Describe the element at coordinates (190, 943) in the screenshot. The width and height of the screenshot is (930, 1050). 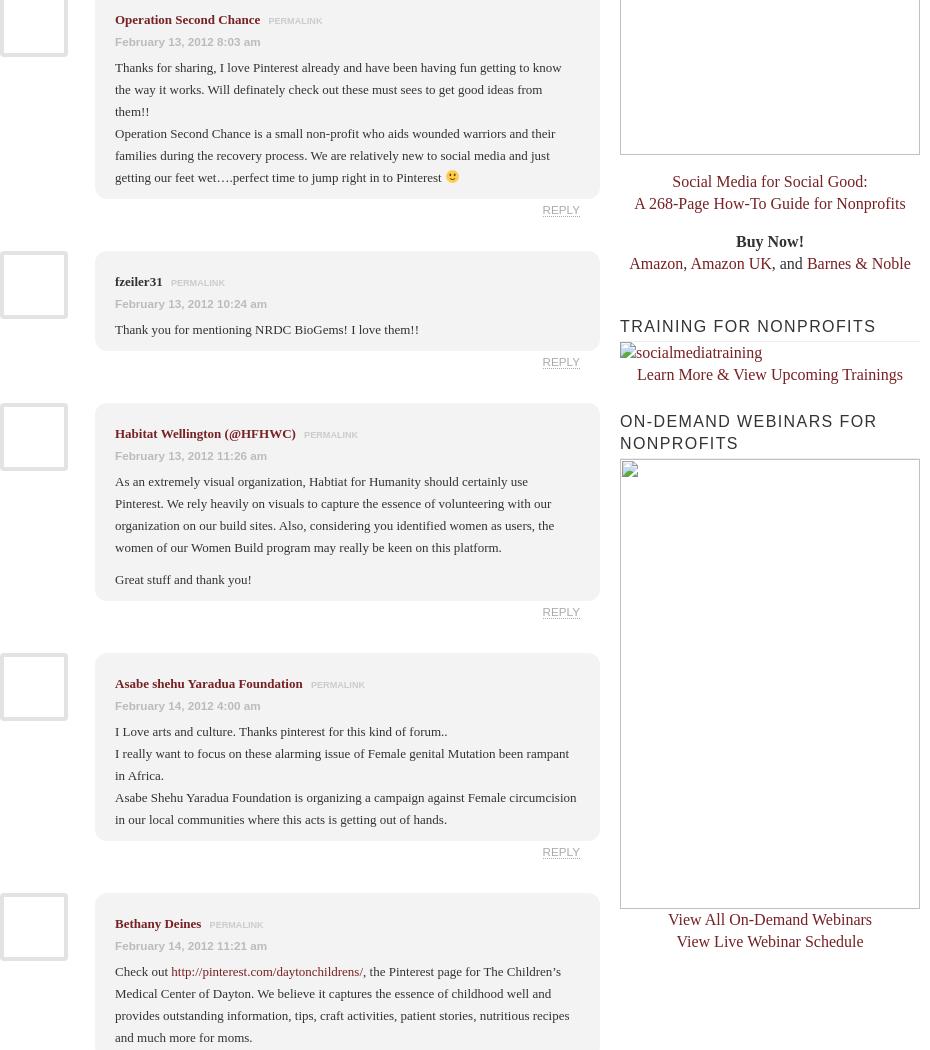
I see `'February 14, 2012 11:21 am'` at that location.